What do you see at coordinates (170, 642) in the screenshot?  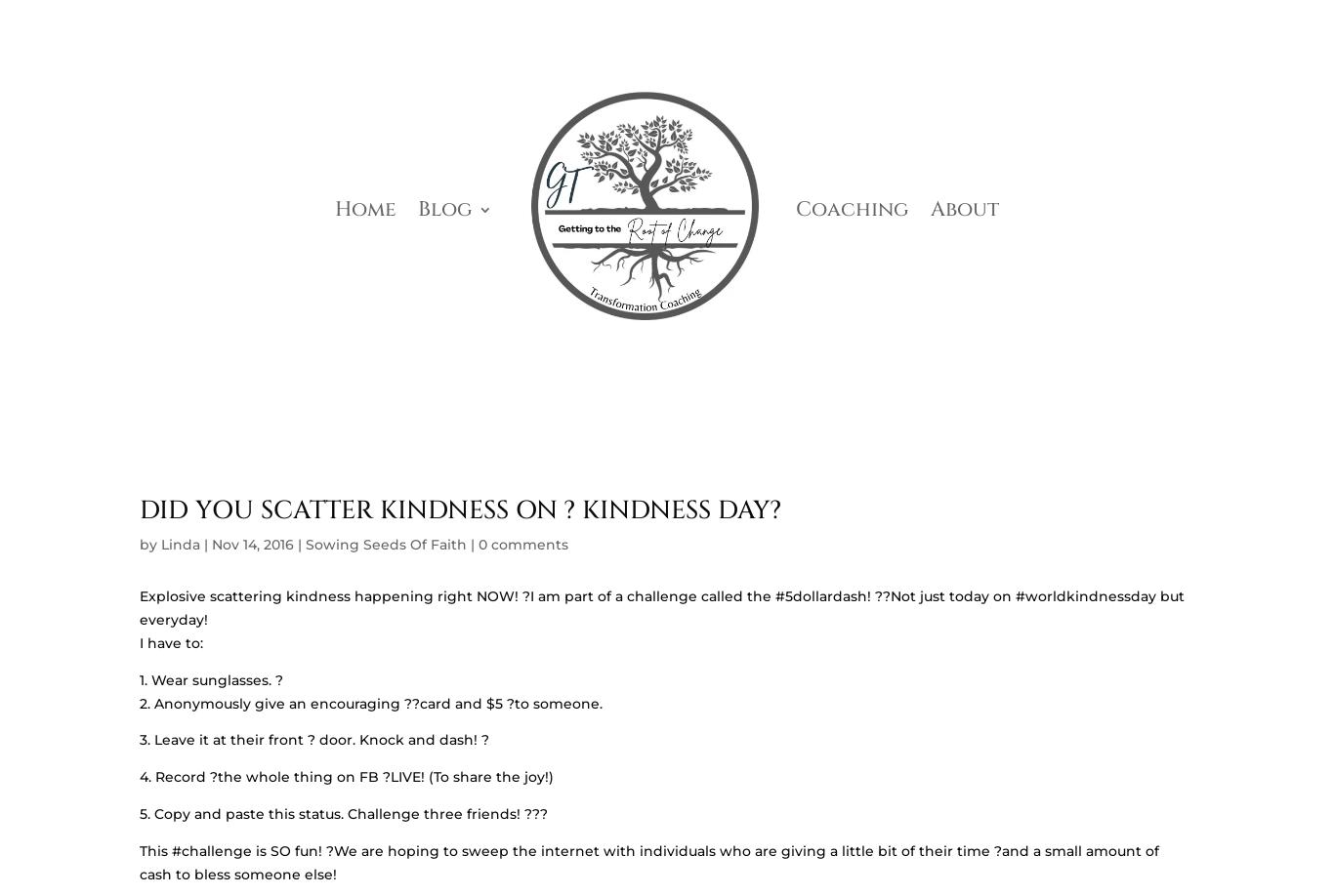 I see `'I have to:'` at bounding box center [170, 642].